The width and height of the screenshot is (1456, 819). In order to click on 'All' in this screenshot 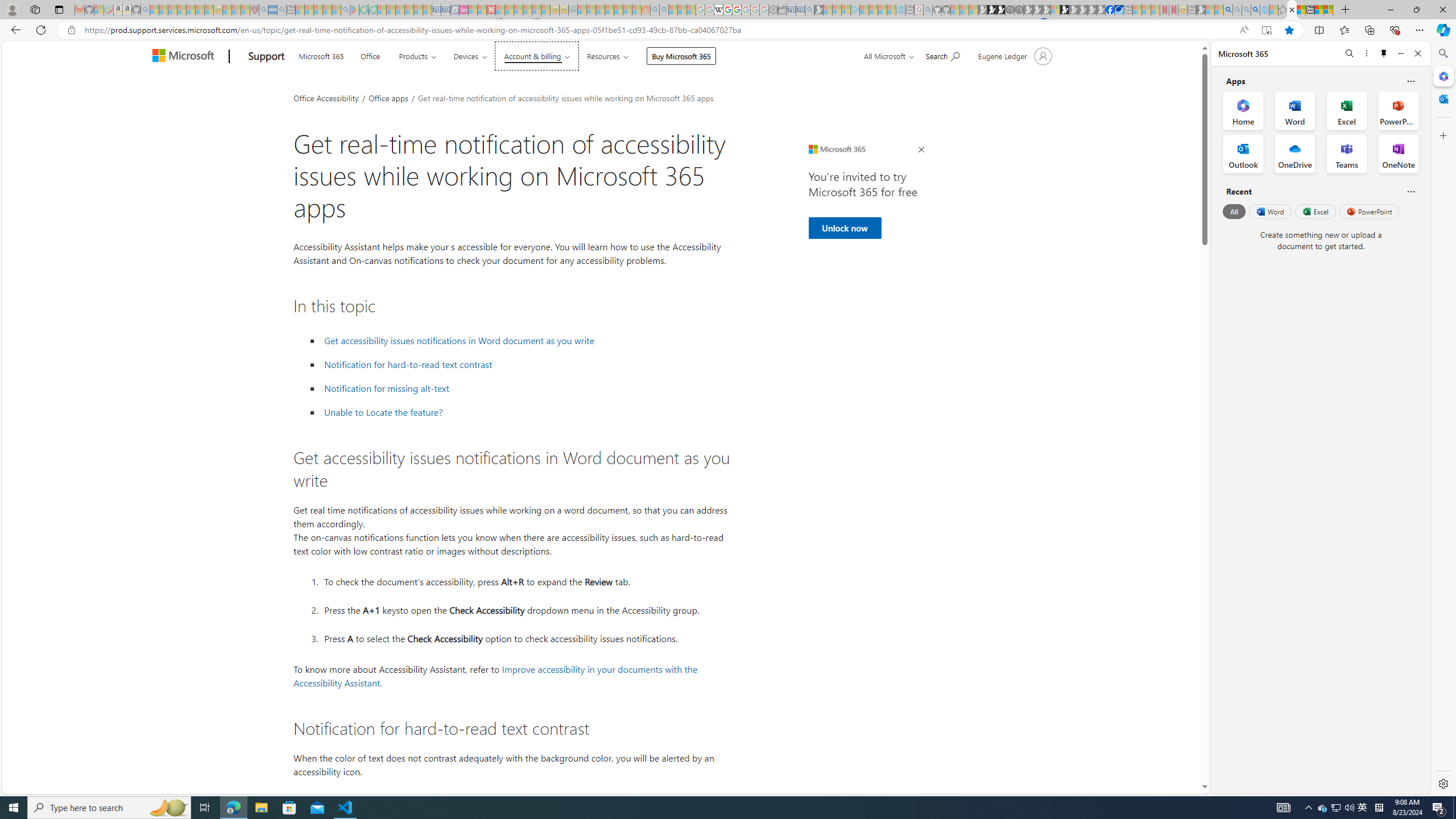, I will do `click(1233, 211)`.